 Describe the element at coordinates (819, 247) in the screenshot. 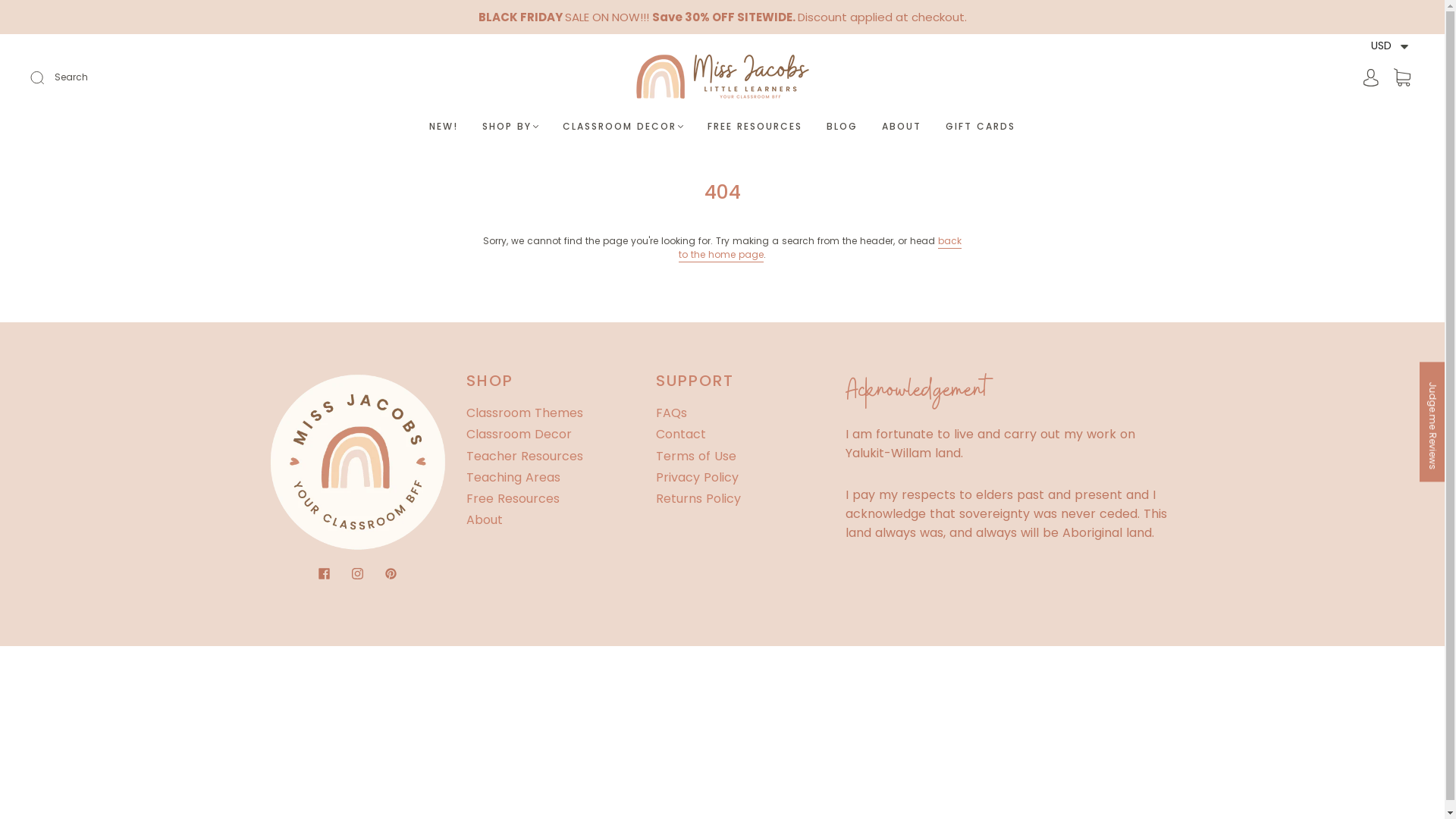

I see `'back to the home page'` at that location.